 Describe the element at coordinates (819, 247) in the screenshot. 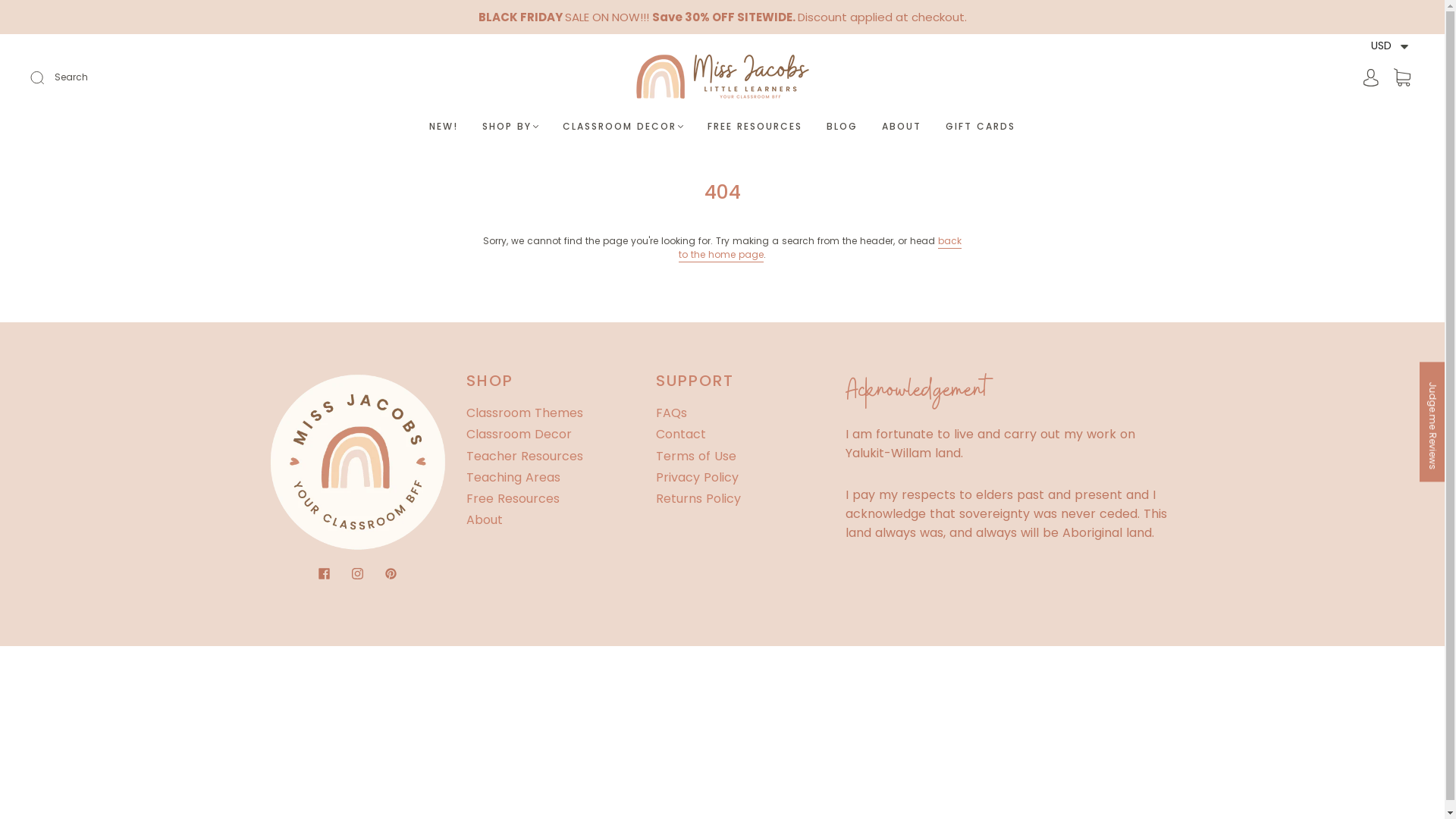

I see `'back to the home page'` at that location.